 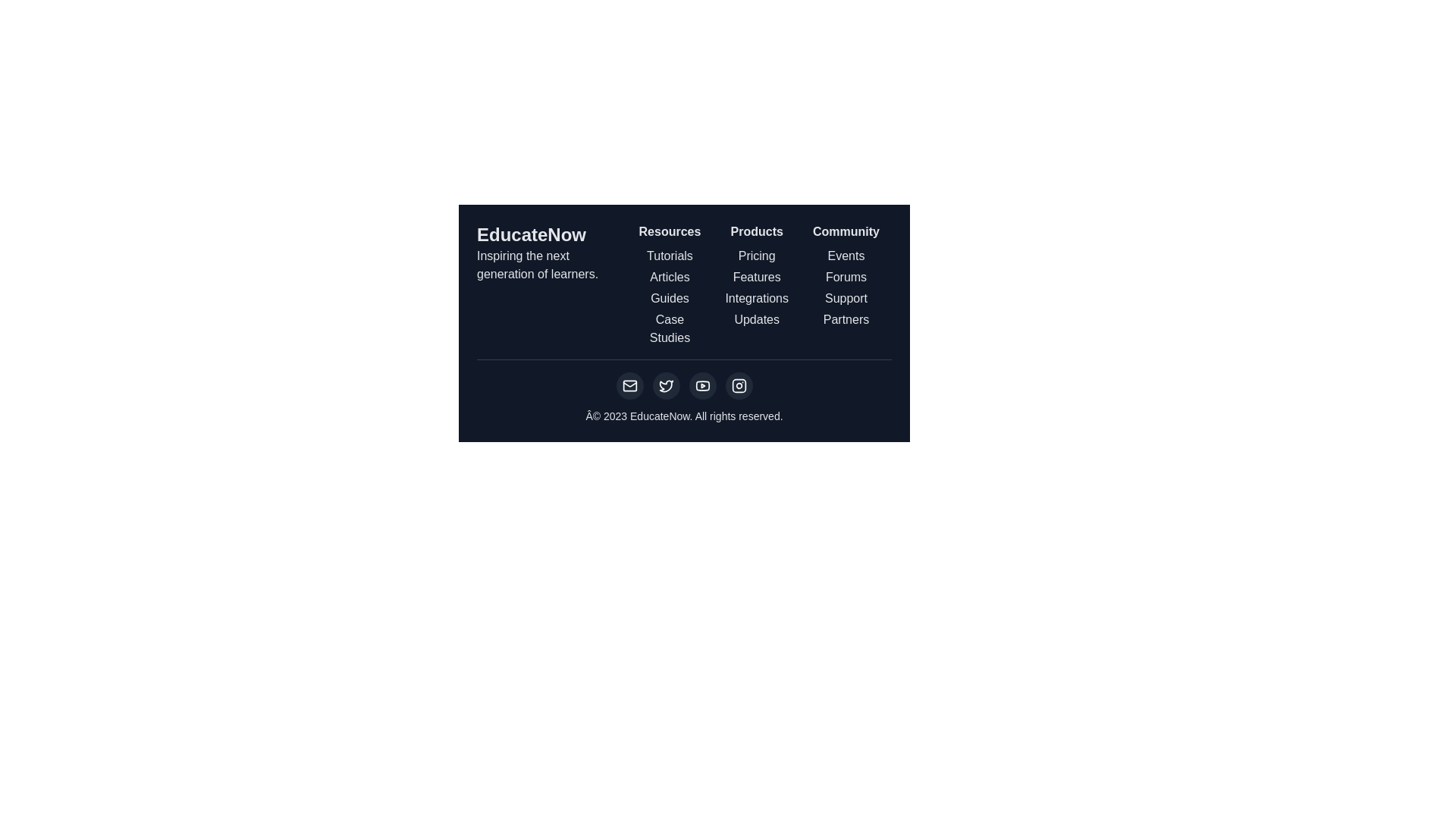 I want to click on the 'Articles' text link, the second item in the vertical list within the 'Resources' column in the footer, so click(x=669, y=278).